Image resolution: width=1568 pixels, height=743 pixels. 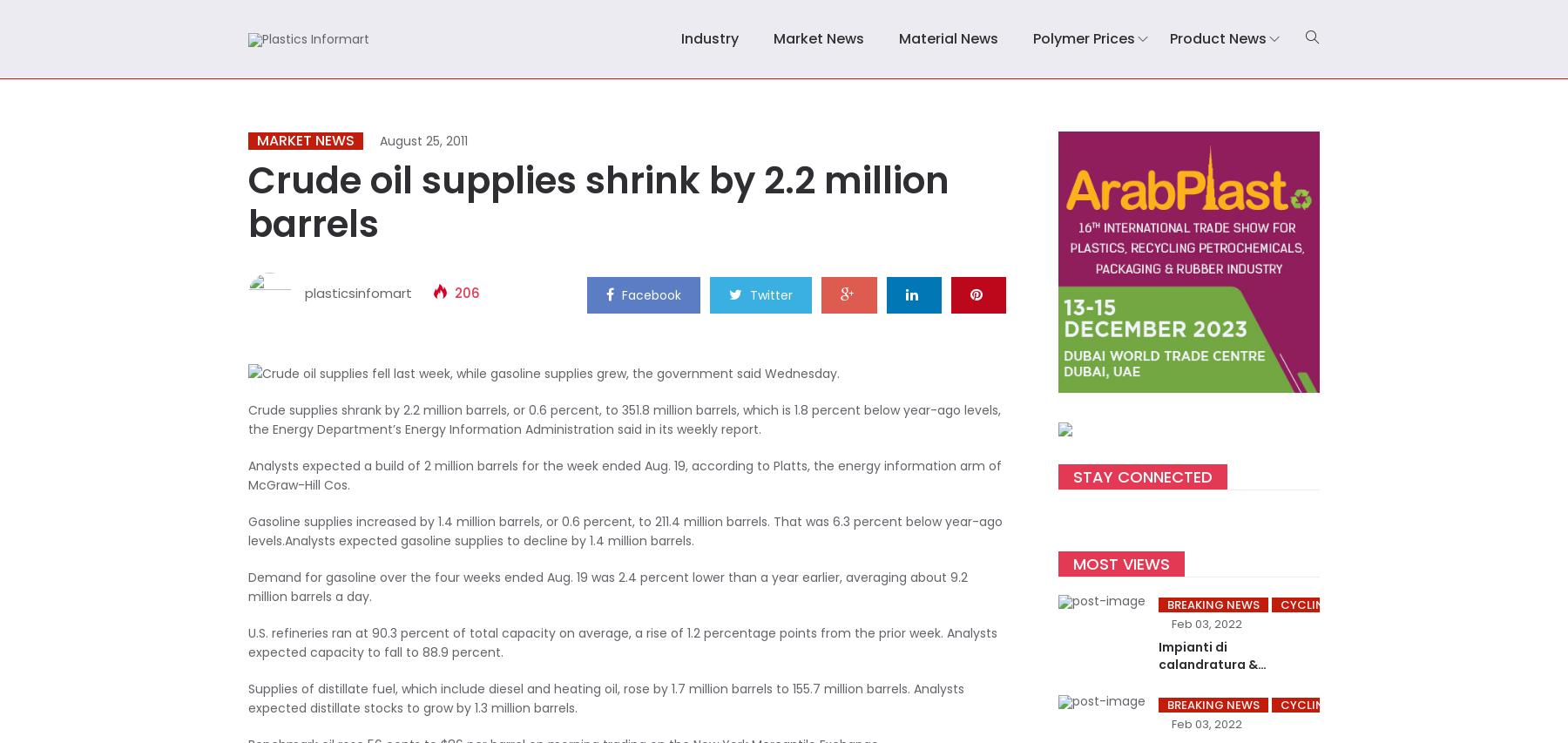 What do you see at coordinates (771, 294) in the screenshot?
I see `'twitter'` at bounding box center [771, 294].